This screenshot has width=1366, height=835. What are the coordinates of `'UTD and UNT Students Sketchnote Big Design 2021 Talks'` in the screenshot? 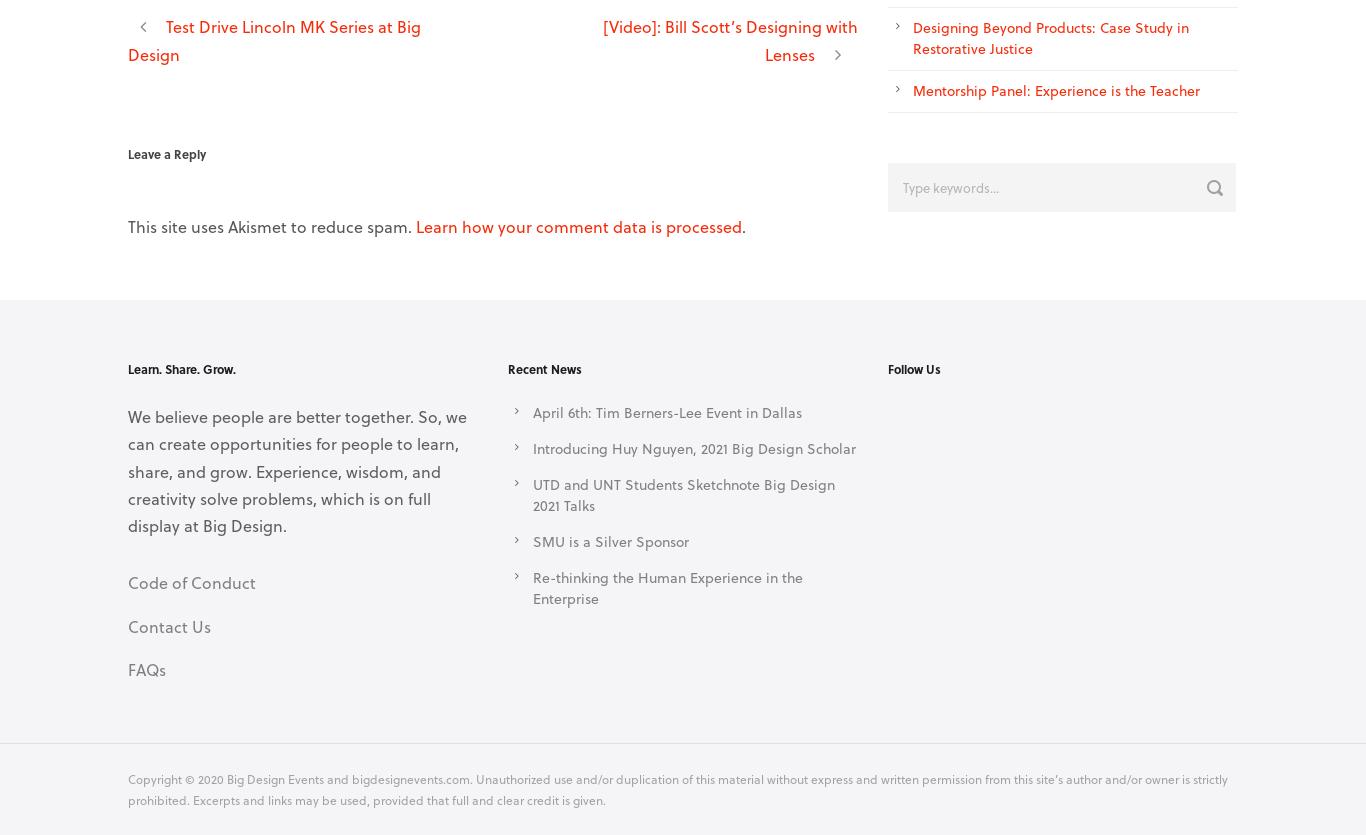 It's located at (532, 493).